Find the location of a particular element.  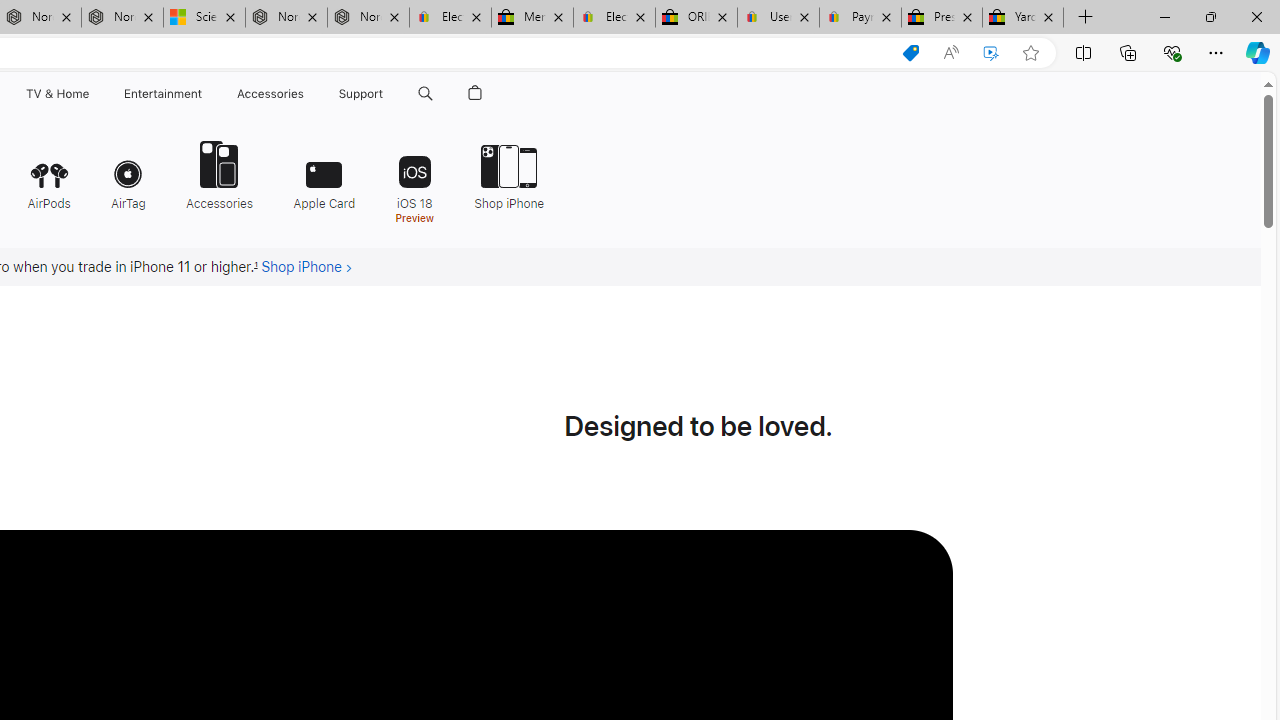

'Accessories' is located at coordinates (219, 172).